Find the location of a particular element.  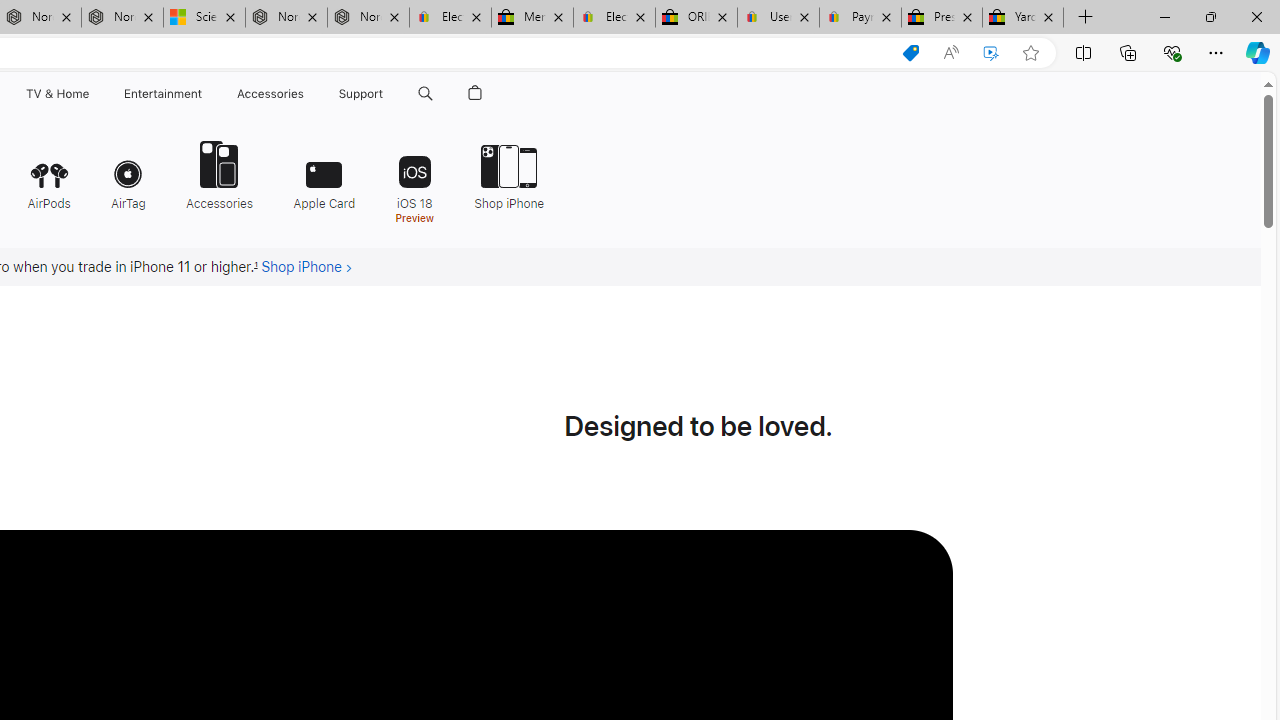

'Accessories' is located at coordinates (219, 172).